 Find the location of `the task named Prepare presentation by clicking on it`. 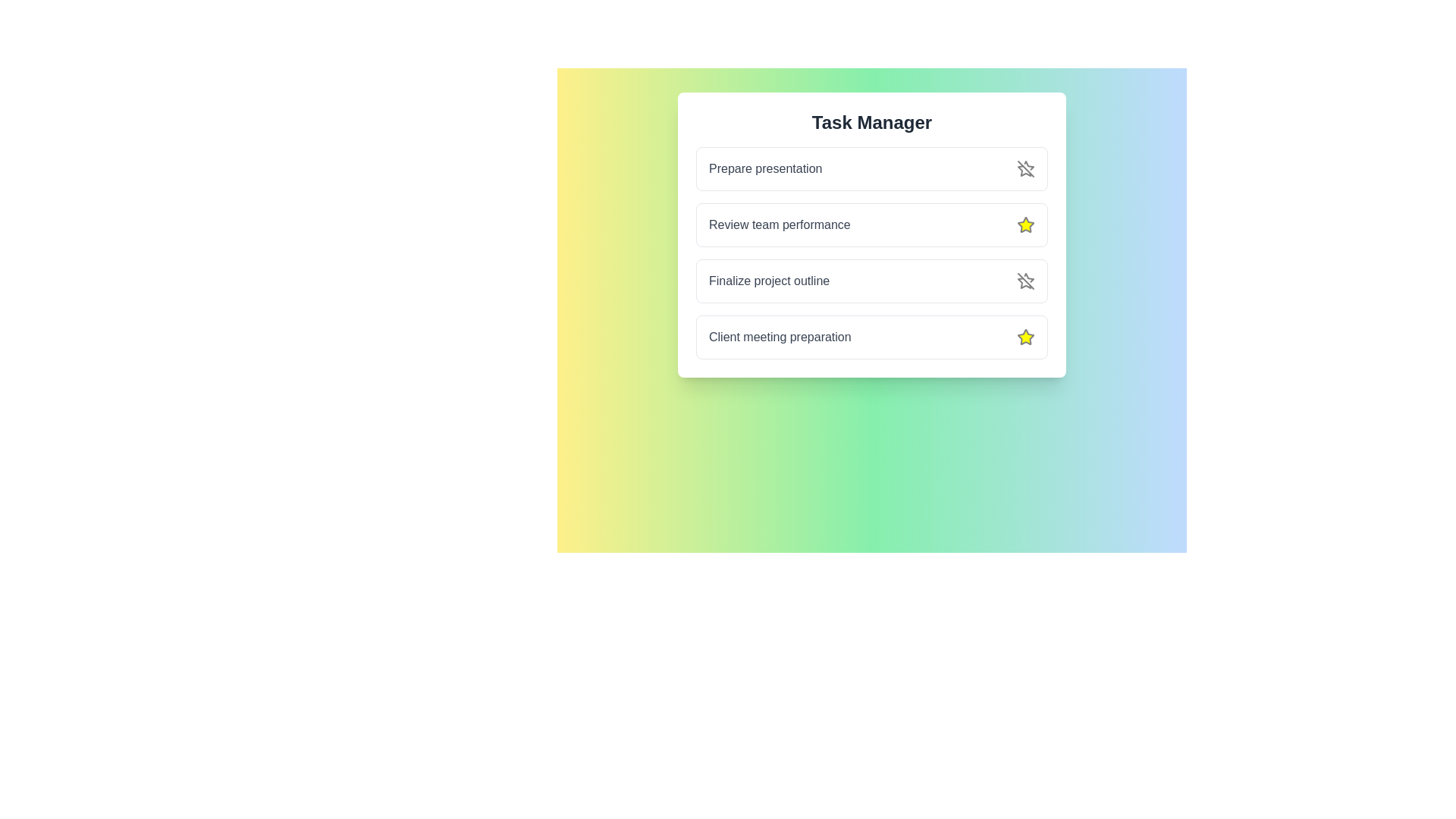

the task named Prepare presentation by clicking on it is located at coordinates (765, 169).